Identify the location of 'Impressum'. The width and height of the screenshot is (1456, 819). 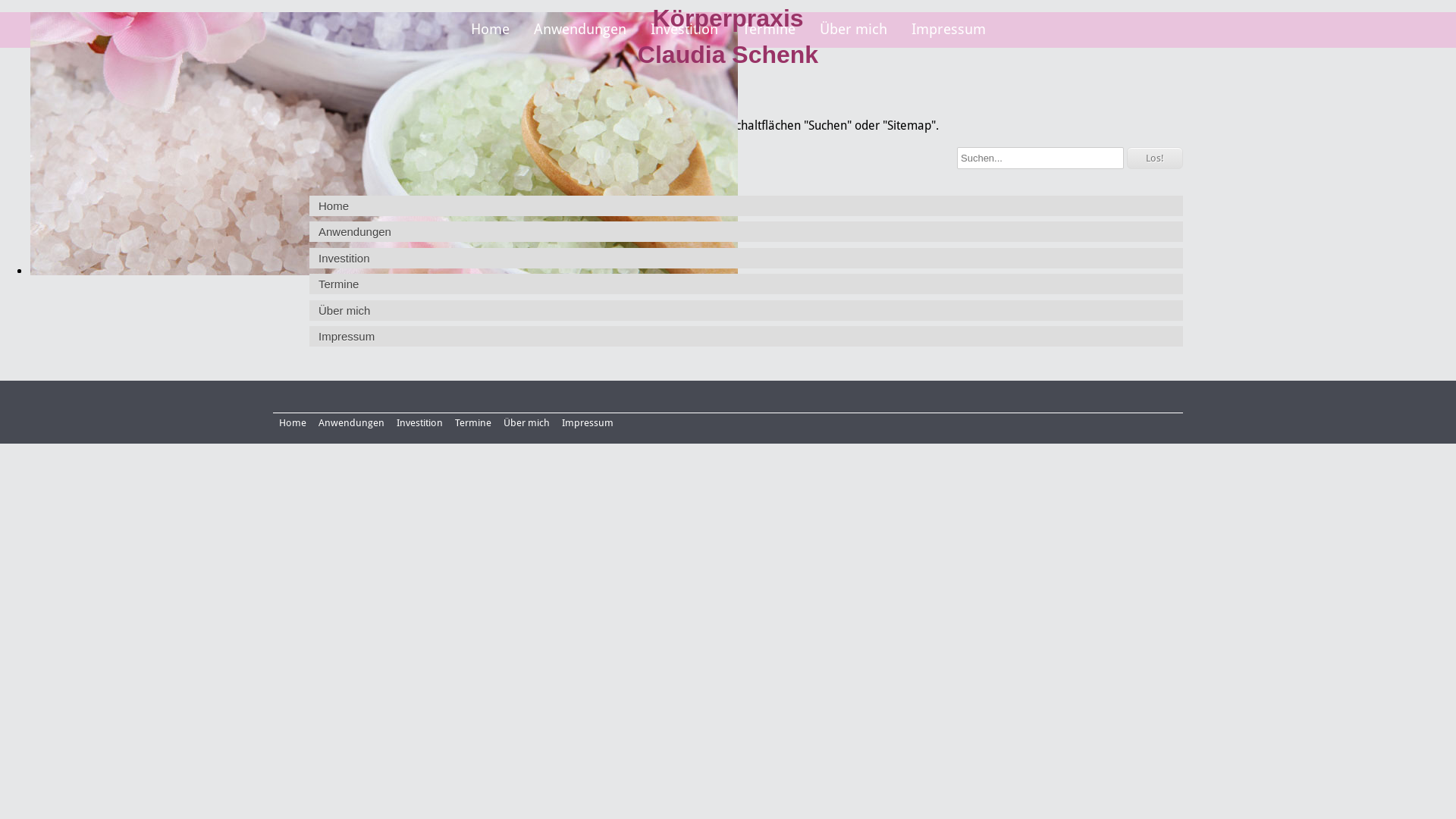
(586, 422).